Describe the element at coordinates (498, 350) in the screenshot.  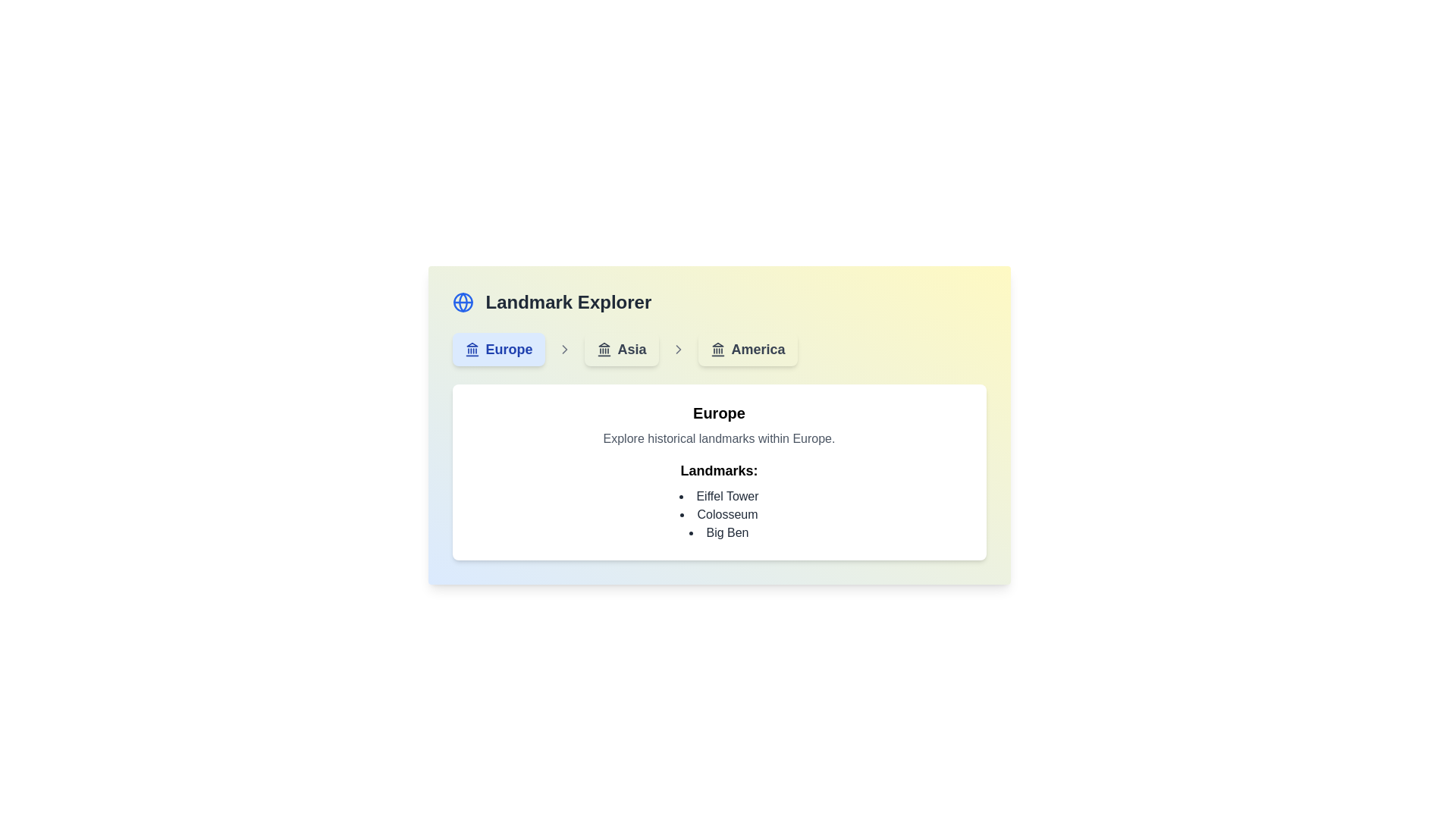
I see `the blue-highlighted button labeled 'Europe' with a landmark structure icon` at that location.